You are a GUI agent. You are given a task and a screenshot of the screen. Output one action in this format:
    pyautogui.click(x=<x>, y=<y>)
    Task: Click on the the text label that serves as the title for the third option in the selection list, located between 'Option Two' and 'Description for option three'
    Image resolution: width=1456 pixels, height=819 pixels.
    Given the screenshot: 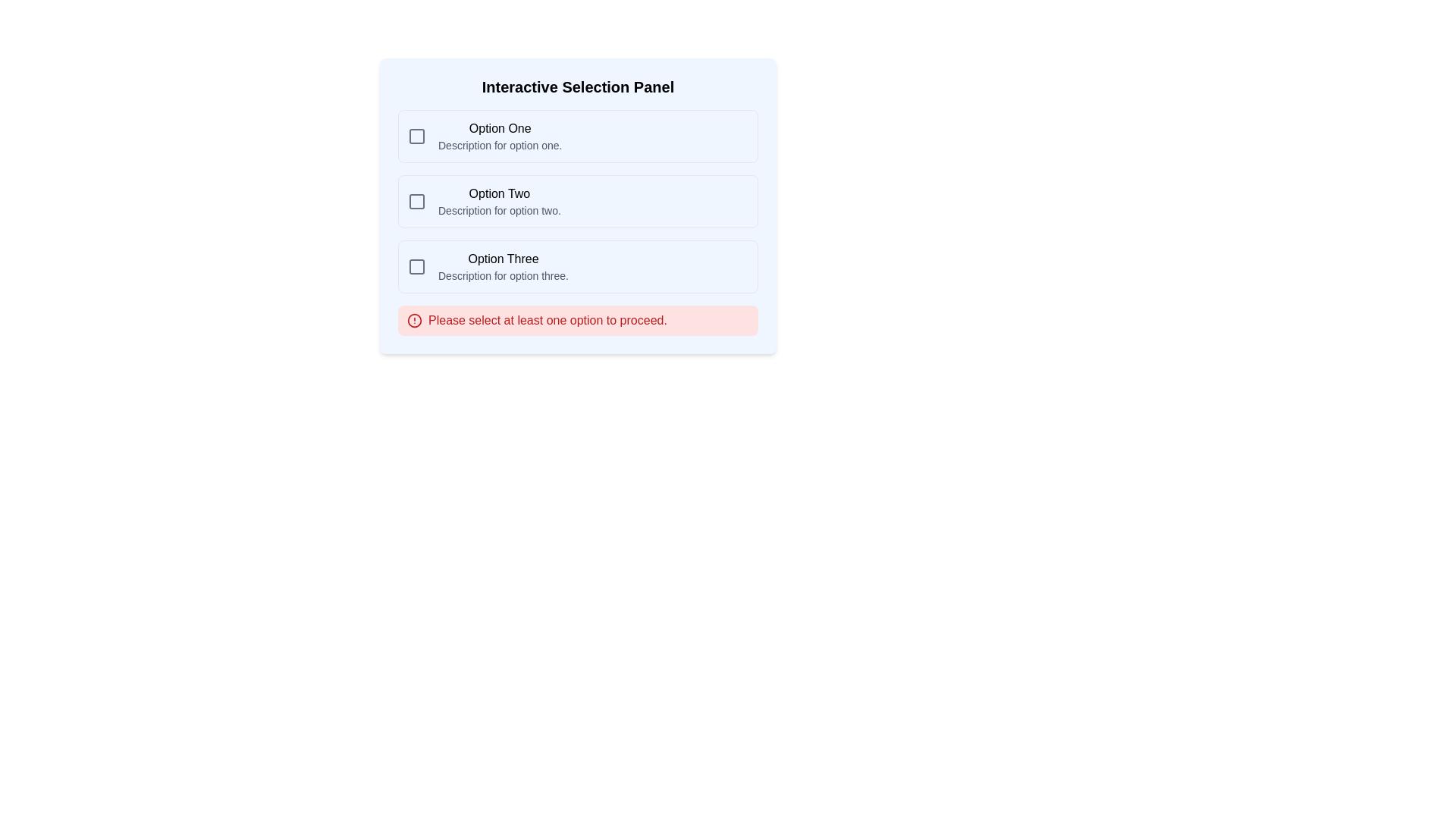 What is the action you would take?
    pyautogui.click(x=503, y=259)
    